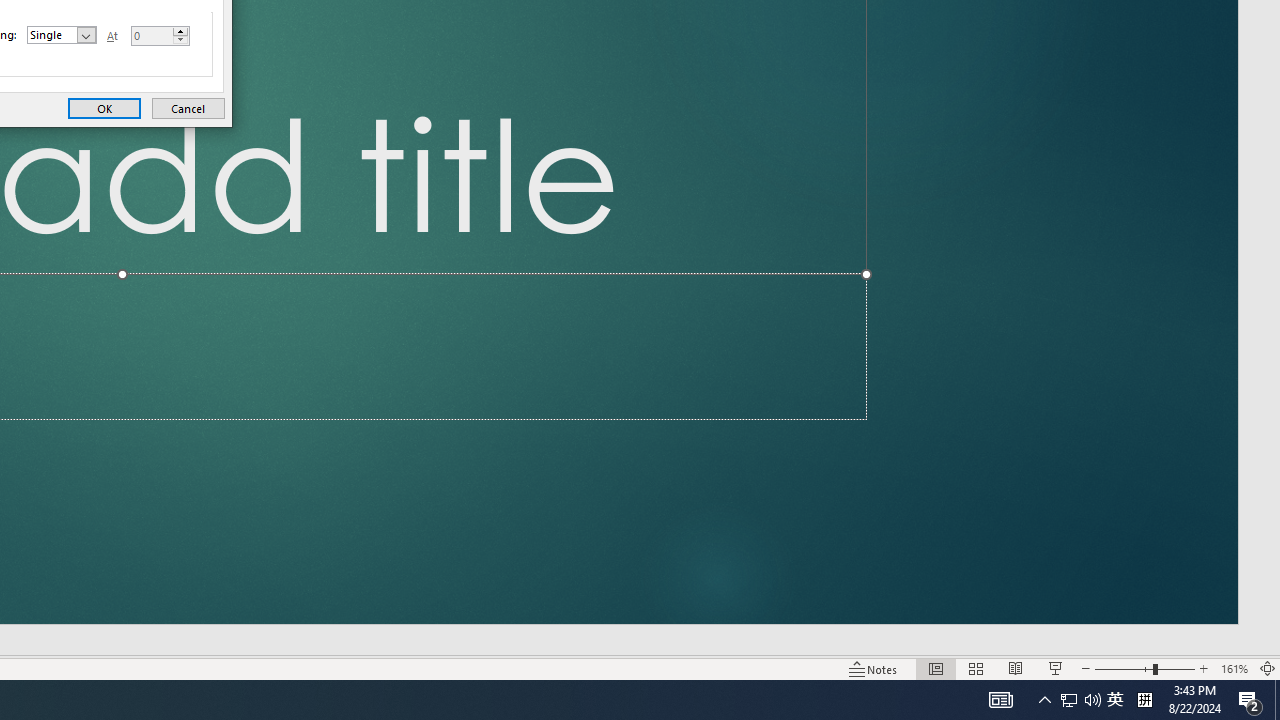  Describe the element at coordinates (1092, 698) in the screenshot. I see `'Q2790: 100%'` at that location.